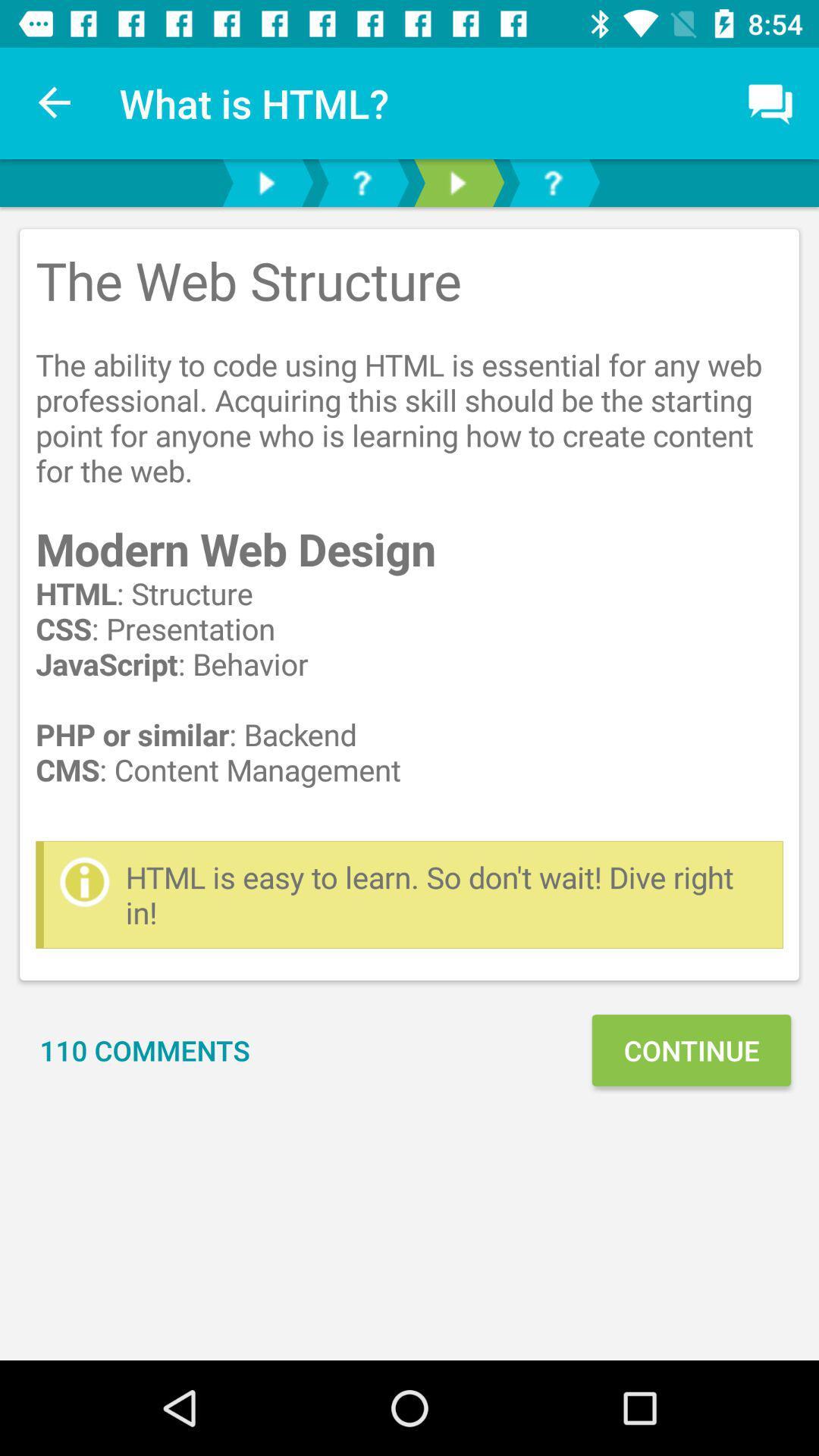 The image size is (819, 1456). Describe the element at coordinates (553, 182) in the screenshot. I see `the fourth icon below text what is html` at that location.